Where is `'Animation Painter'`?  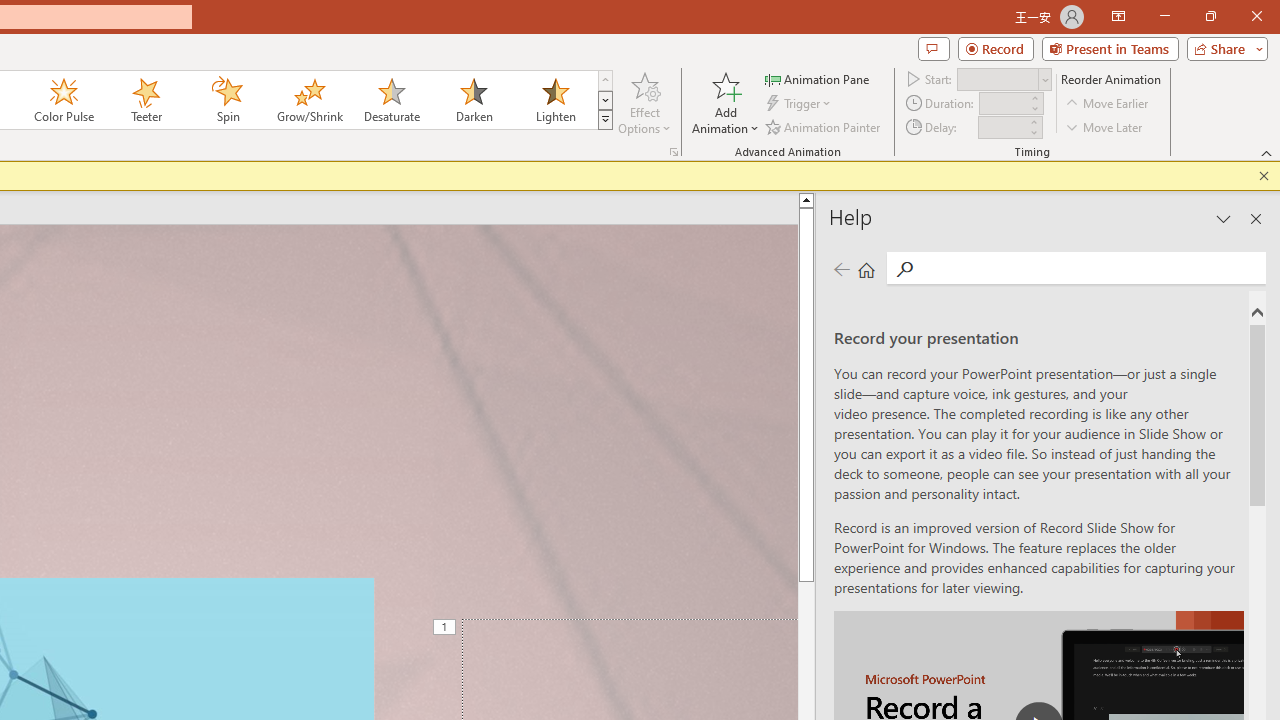
'Animation Painter' is located at coordinates (824, 127).